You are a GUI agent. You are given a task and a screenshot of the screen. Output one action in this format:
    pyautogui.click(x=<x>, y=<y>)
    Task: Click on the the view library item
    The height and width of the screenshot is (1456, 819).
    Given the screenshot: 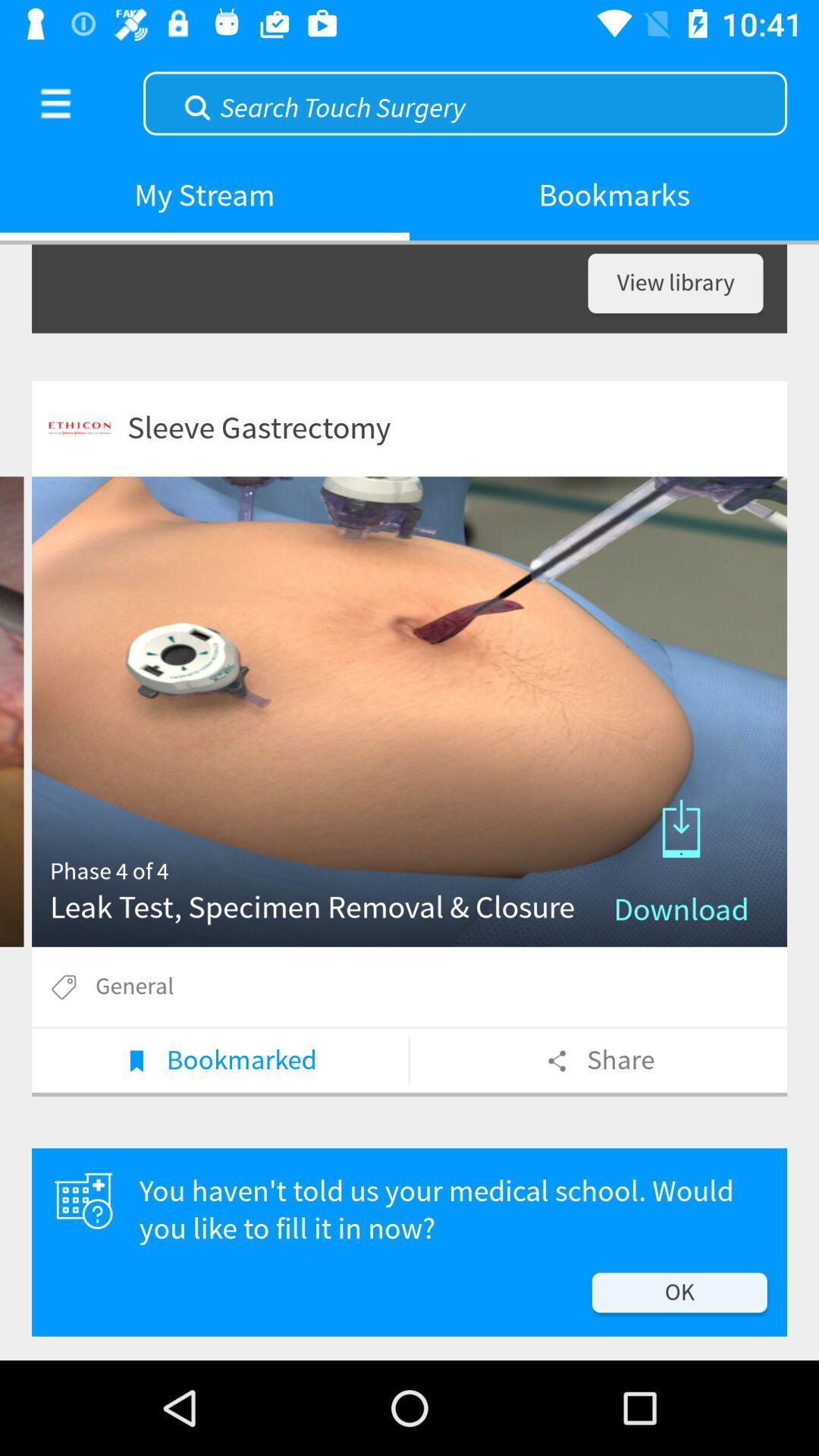 What is the action you would take?
    pyautogui.click(x=675, y=283)
    